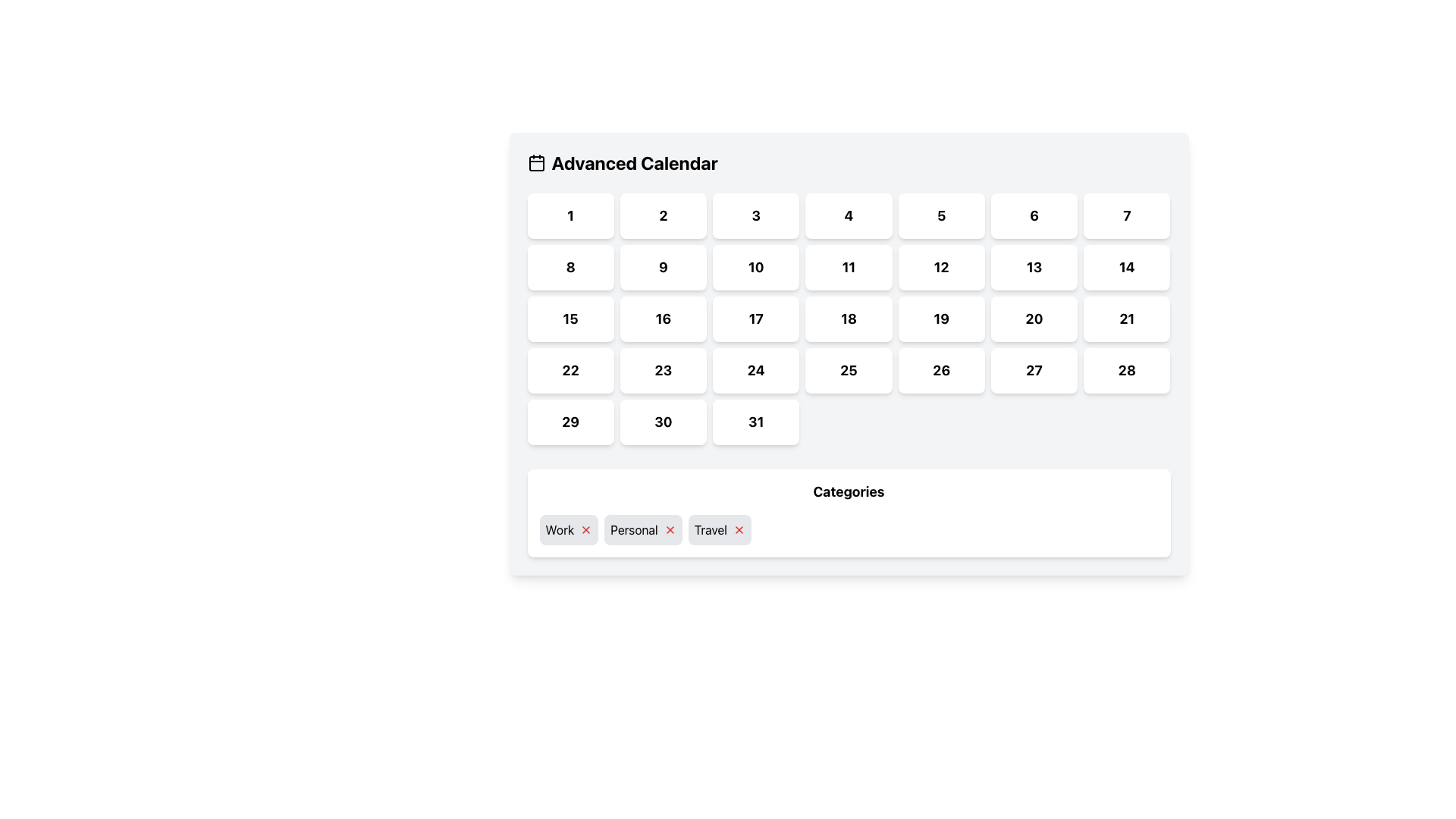 The width and height of the screenshot is (1456, 819). What do you see at coordinates (663, 266) in the screenshot?
I see `the text label representing the number '9' in the calendar interface, located in the third row, second column of the grid` at bounding box center [663, 266].